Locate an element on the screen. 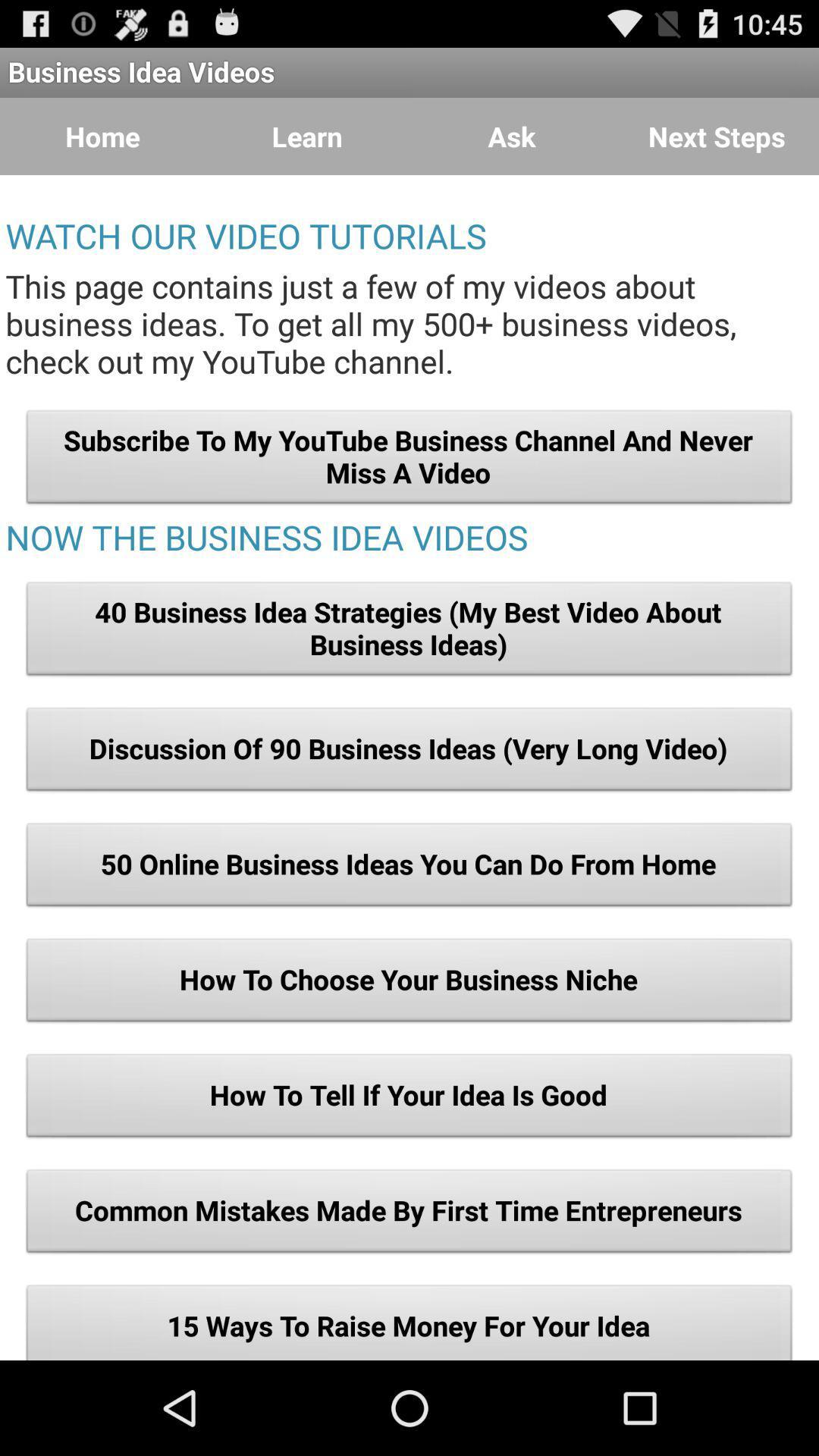 This screenshot has width=819, height=1456. the button below the discussion of 90 item is located at coordinates (409, 869).